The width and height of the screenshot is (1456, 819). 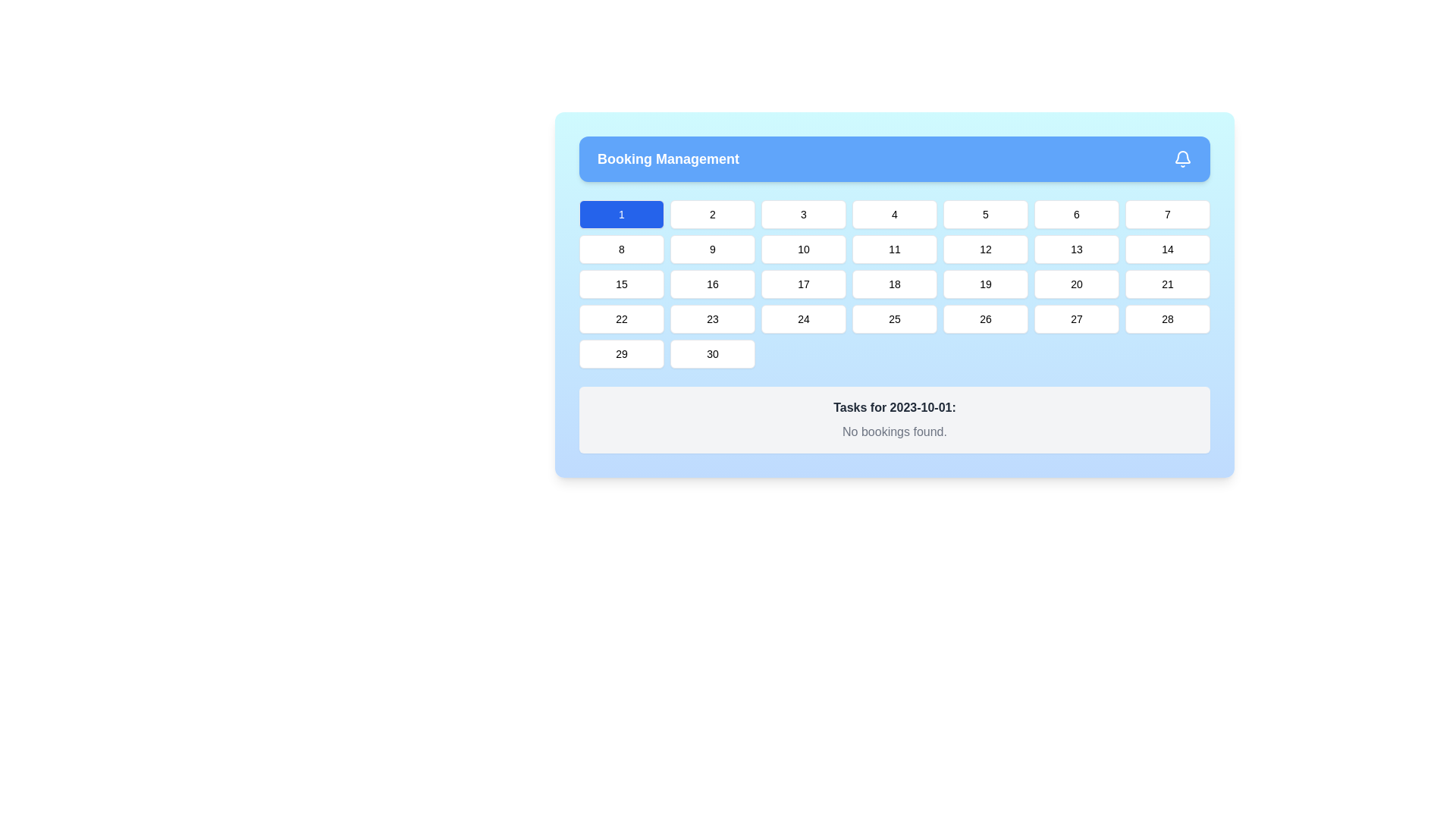 I want to click on the button representing the date '5' in the Booking Management grid, so click(x=986, y=214).